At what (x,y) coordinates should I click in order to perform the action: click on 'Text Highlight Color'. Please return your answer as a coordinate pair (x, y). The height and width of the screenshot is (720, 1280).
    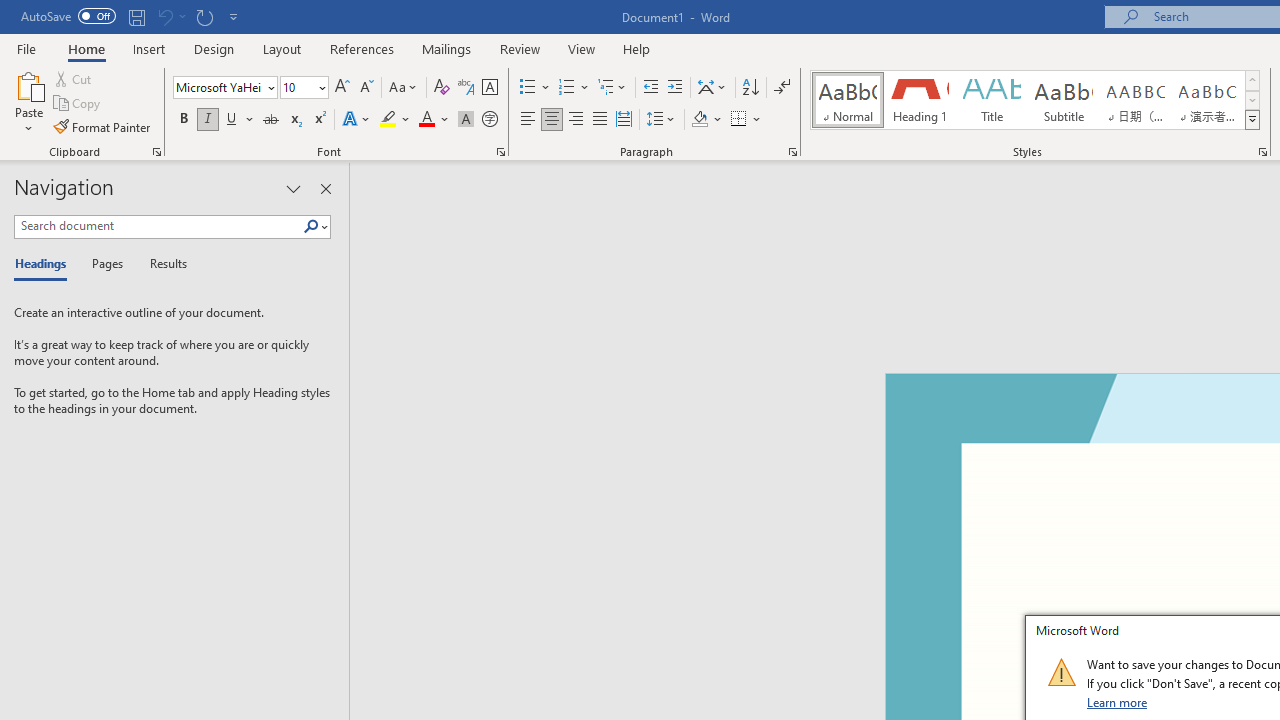
    Looking at the image, I should click on (395, 119).